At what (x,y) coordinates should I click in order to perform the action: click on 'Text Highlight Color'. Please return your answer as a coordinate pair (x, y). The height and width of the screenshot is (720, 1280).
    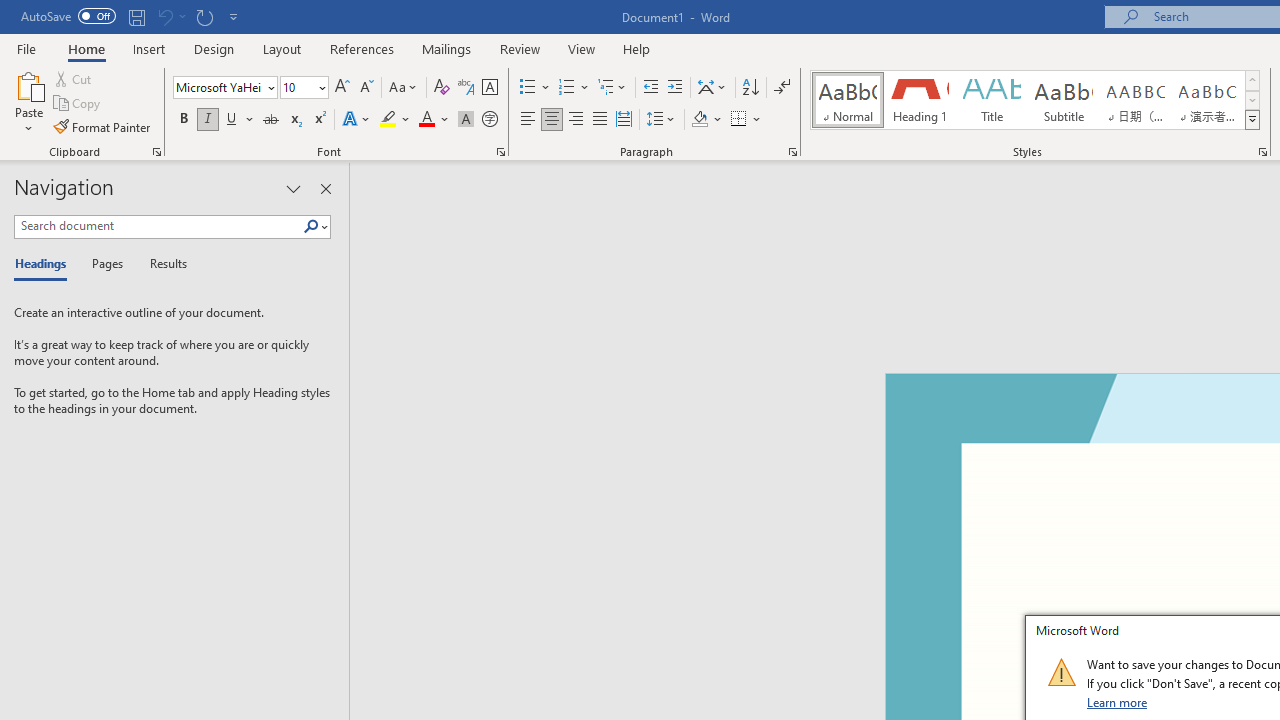
    Looking at the image, I should click on (395, 119).